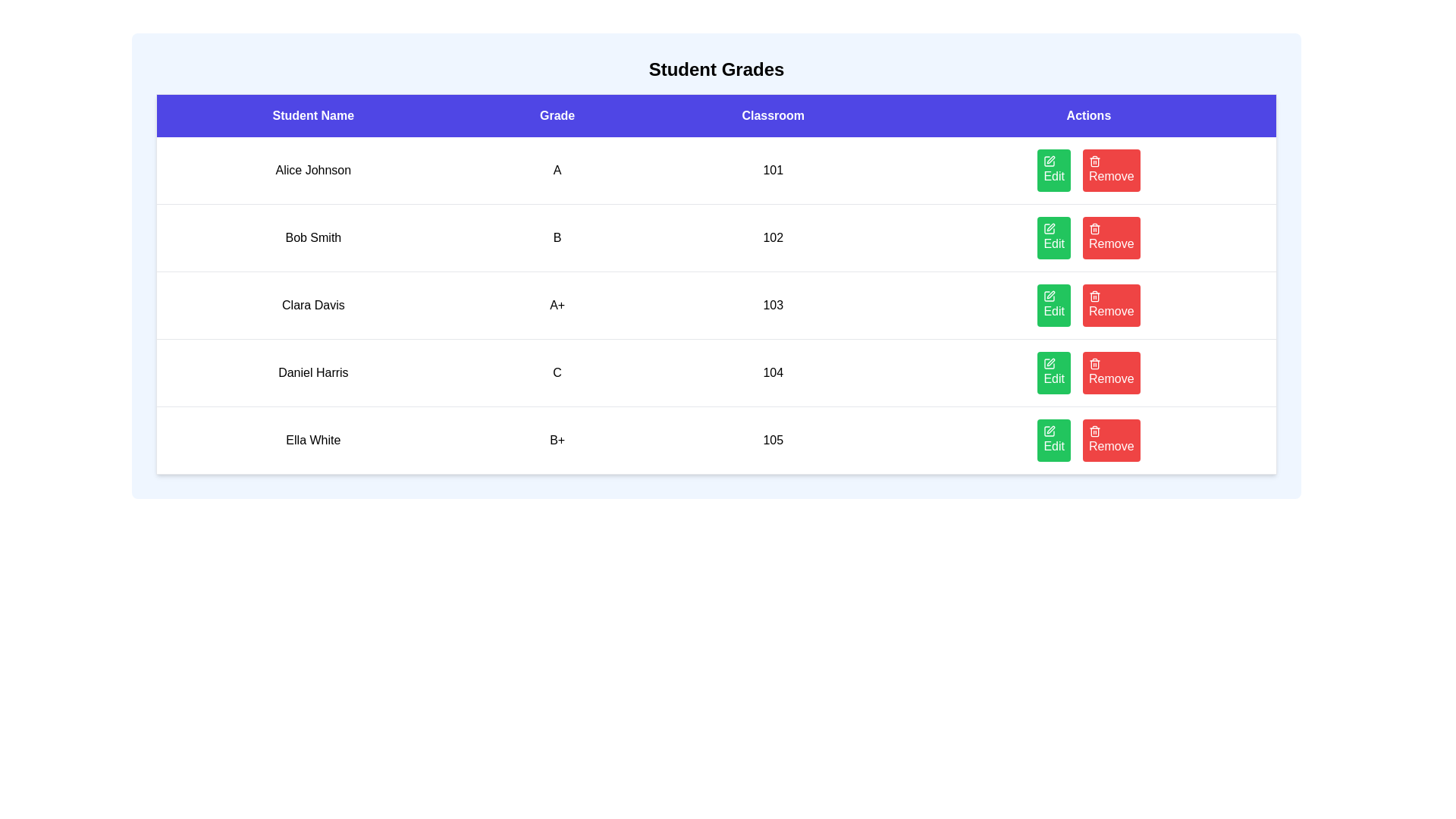 The width and height of the screenshot is (1456, 819). Describe the element at coordinates (1110, 237) in the screenshot. I see `the Remove button for the student named Bob Smith` at that location.